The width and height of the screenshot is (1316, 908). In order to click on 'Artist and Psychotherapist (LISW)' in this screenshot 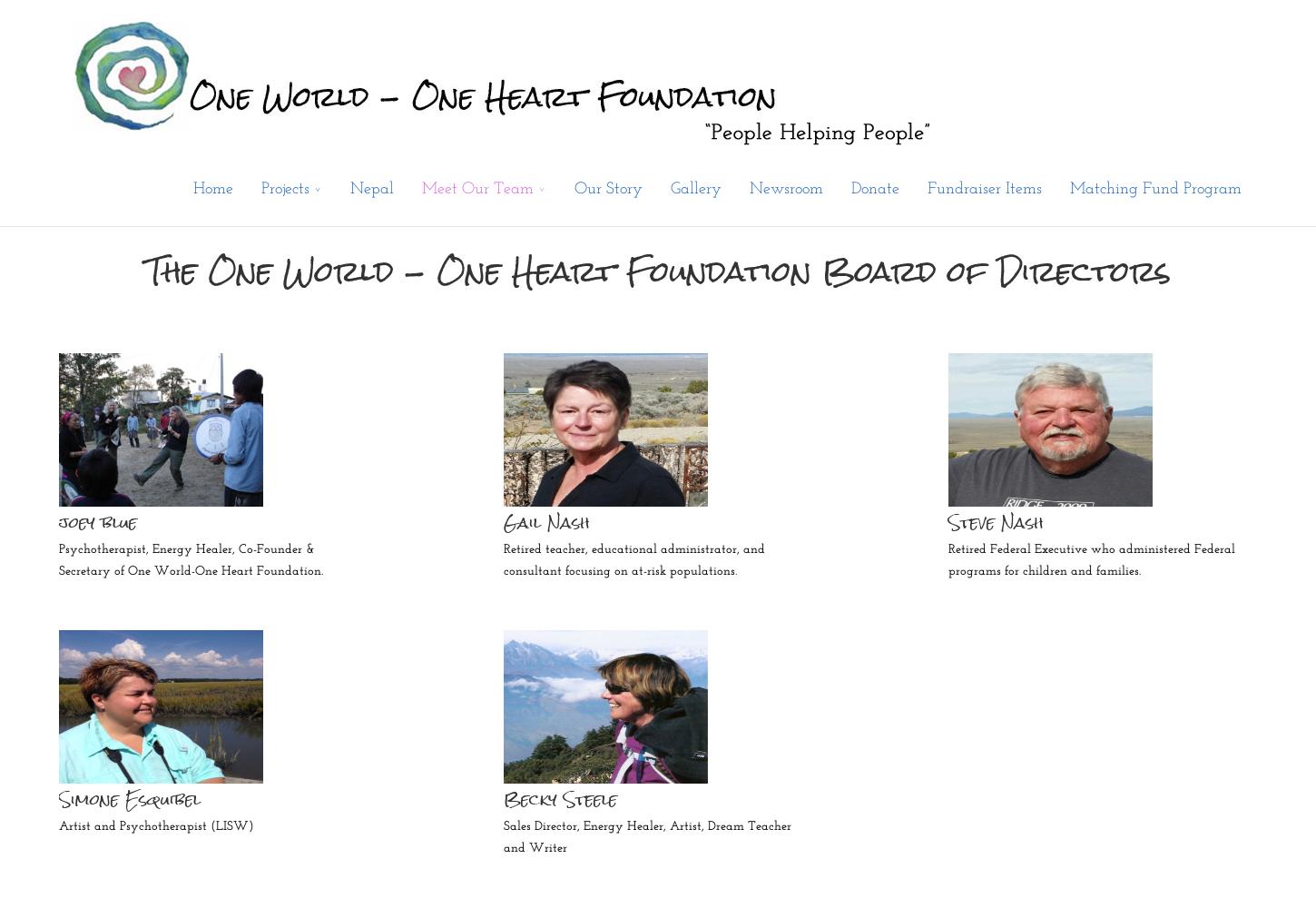, I will do `click(155, 826)`.